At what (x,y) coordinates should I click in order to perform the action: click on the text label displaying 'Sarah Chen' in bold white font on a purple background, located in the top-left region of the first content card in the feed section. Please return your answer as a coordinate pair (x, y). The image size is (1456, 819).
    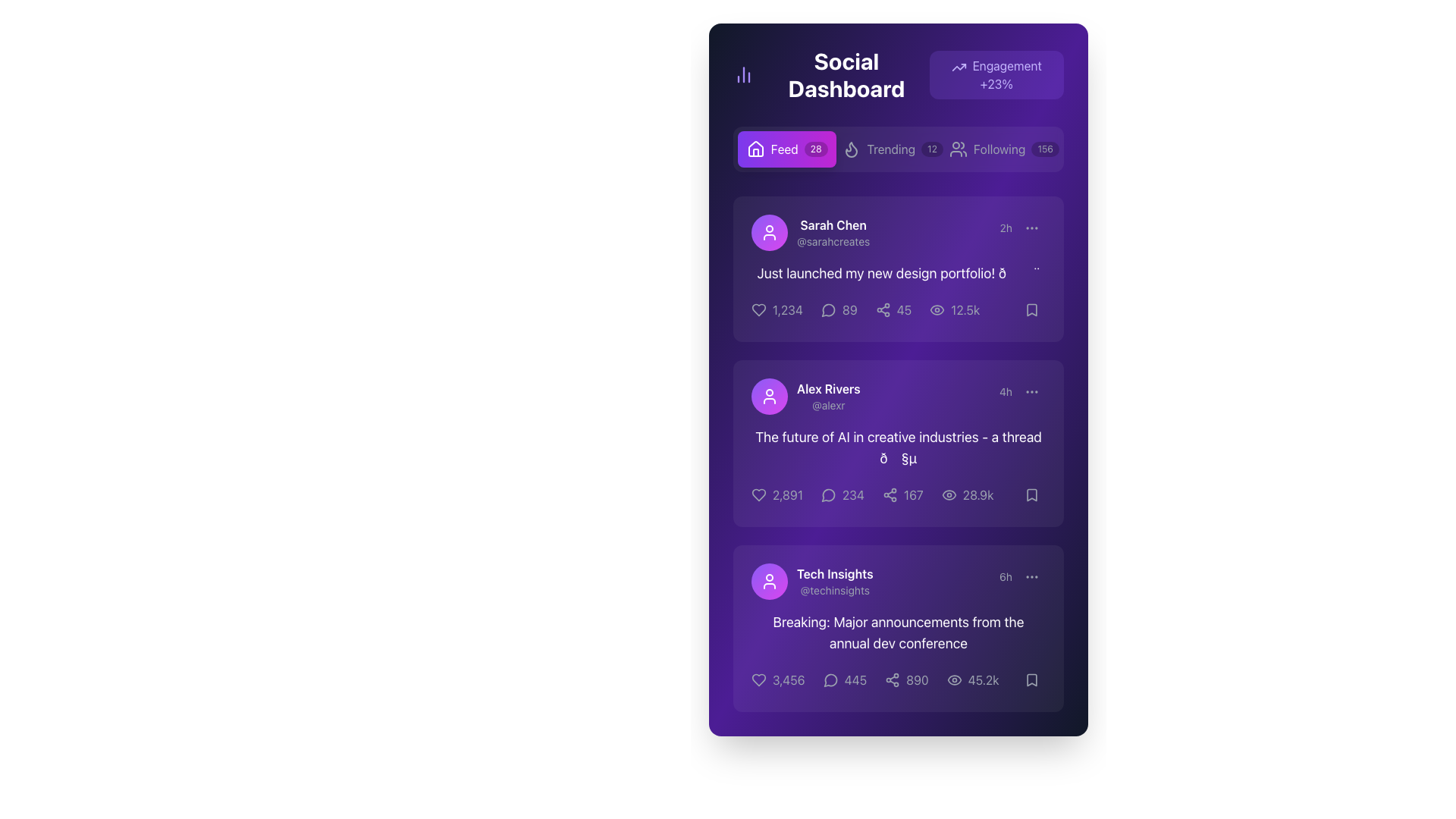
    Looking at the image, I should click on (833, 225).